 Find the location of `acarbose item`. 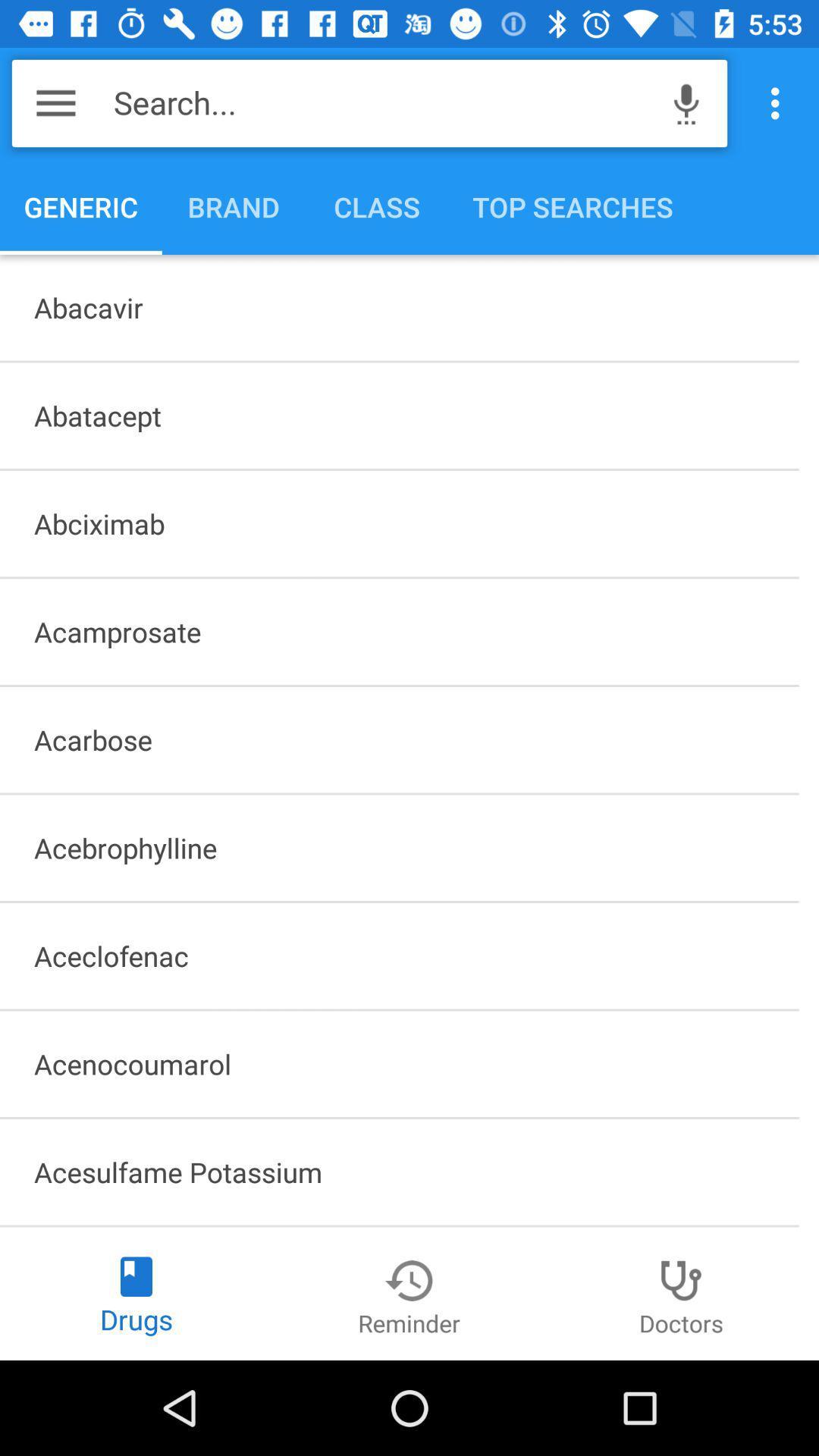

acarbose item is located at coordinates (398, 739).